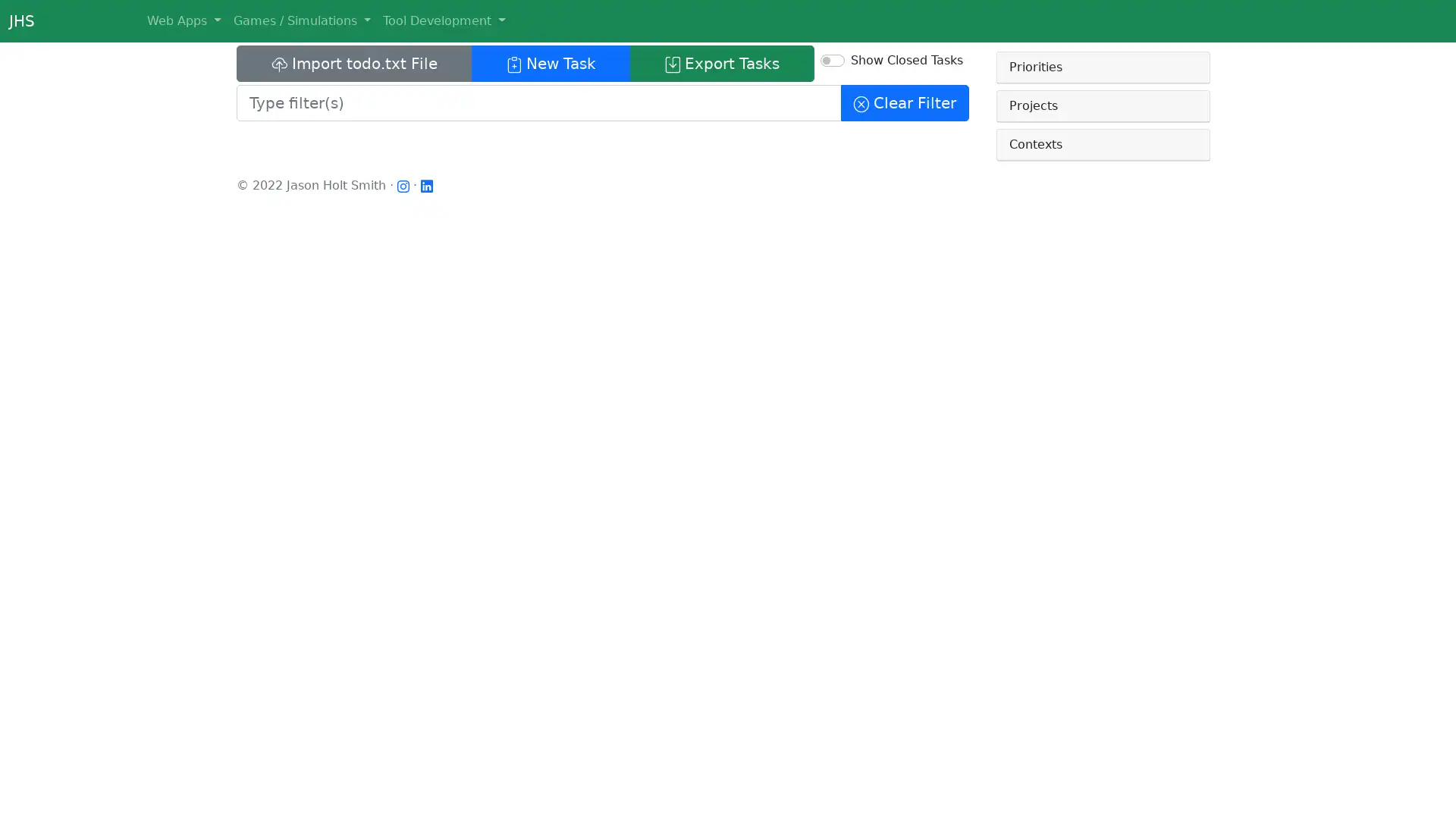  I want to click on Web Apps, so click(182, 20).